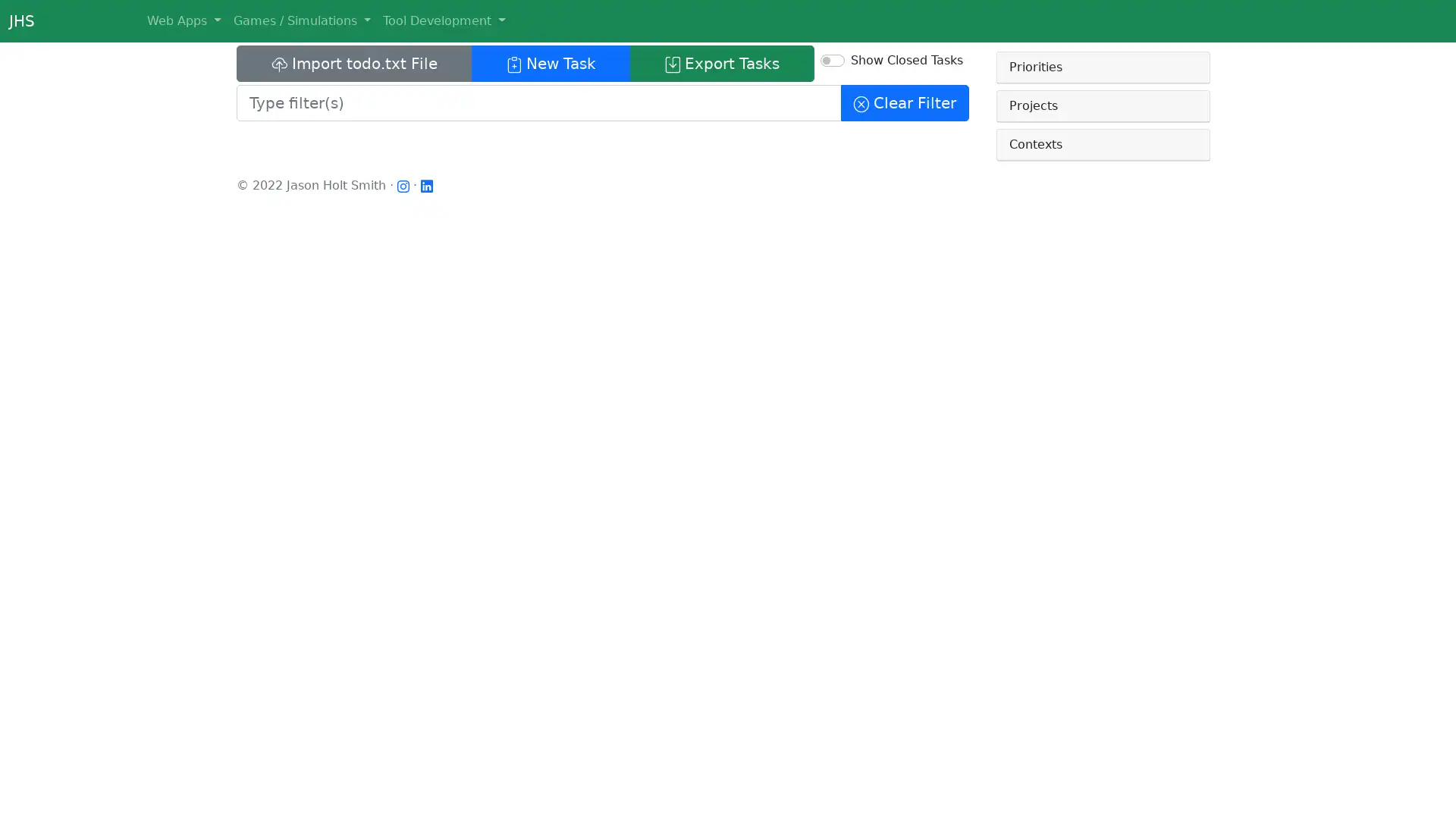  I want to click on Web Apps, so click(182, 20).